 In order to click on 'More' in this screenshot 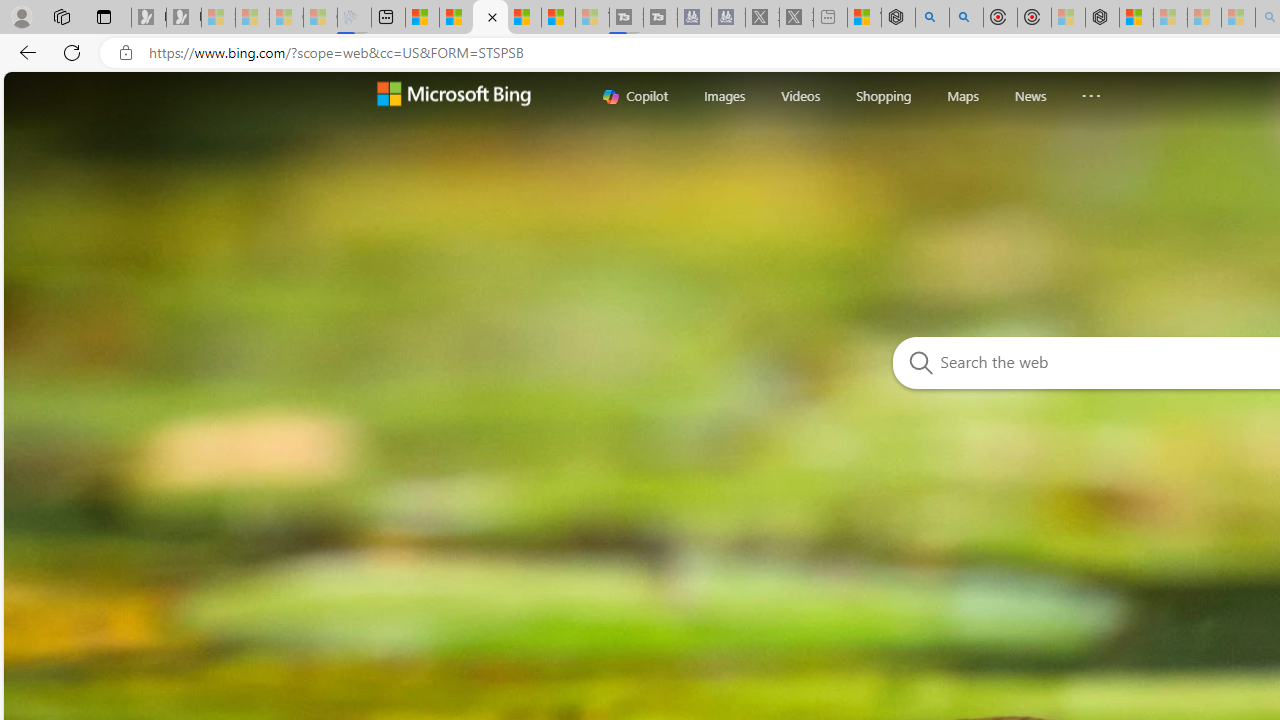, I will do `click(1090, 91)`.